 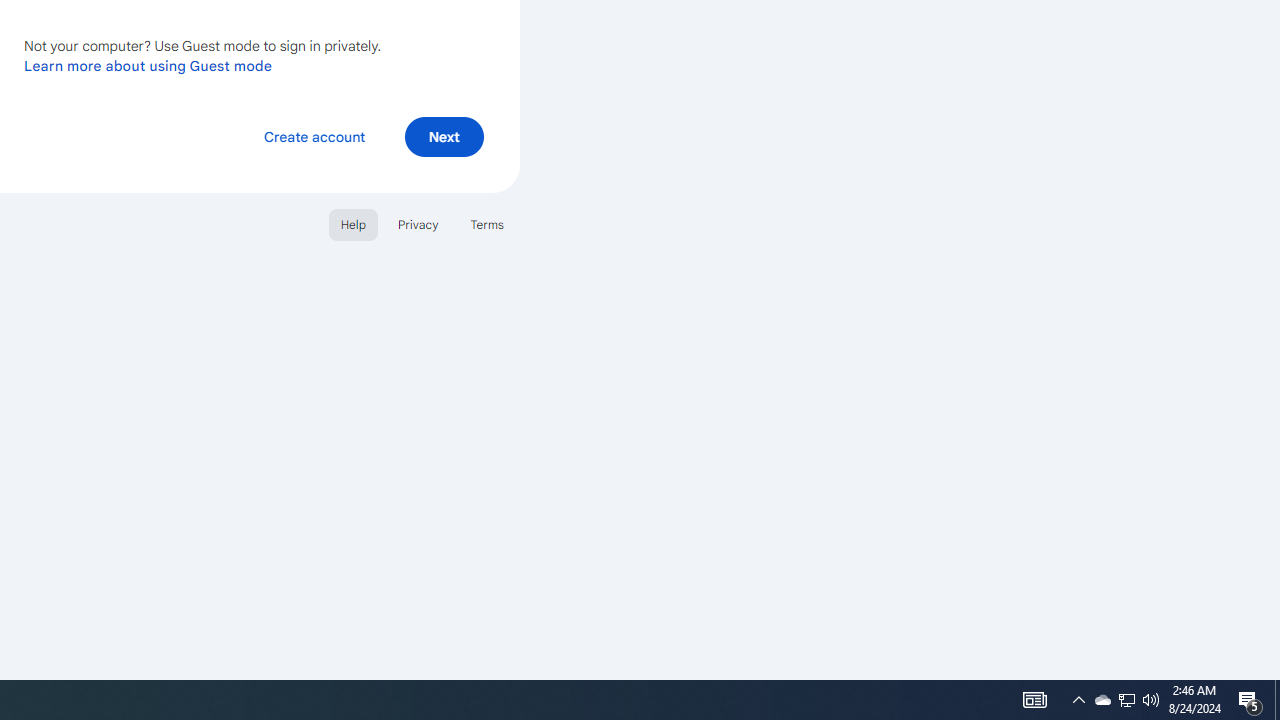 What do you see at coordinates (147, 64) in the screenshot?
I see `'Learn more about using Guest mode'` at bounding box center [147, 64].